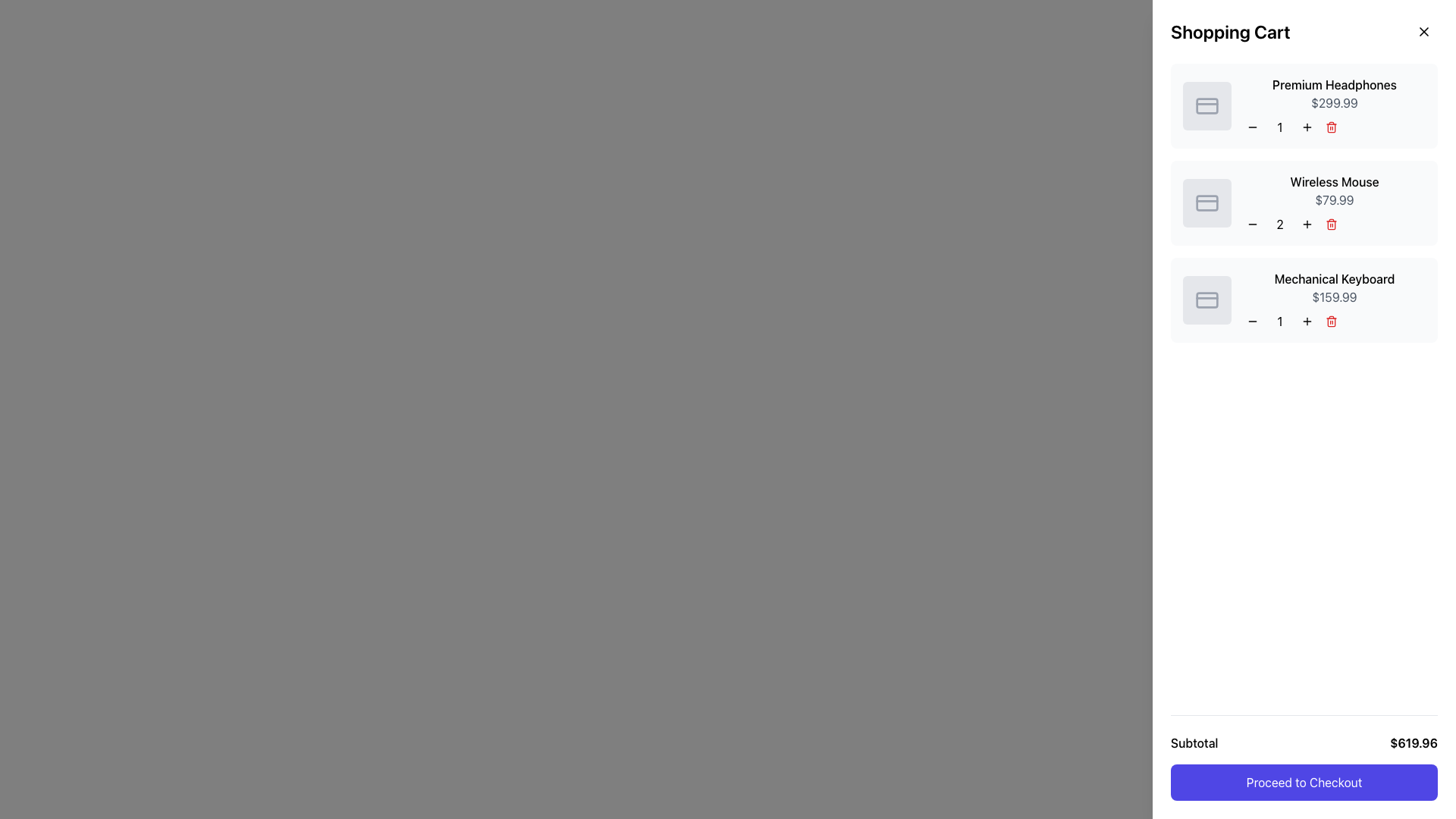 This screenshot has height=819, width=1456. Describe the element at coordinates (1306, 224) in the screenshot. I see `the button to increment the quantity of the 'Wireless Mouse' item in the shopping cart, located to the right of the quantity display` at that location.